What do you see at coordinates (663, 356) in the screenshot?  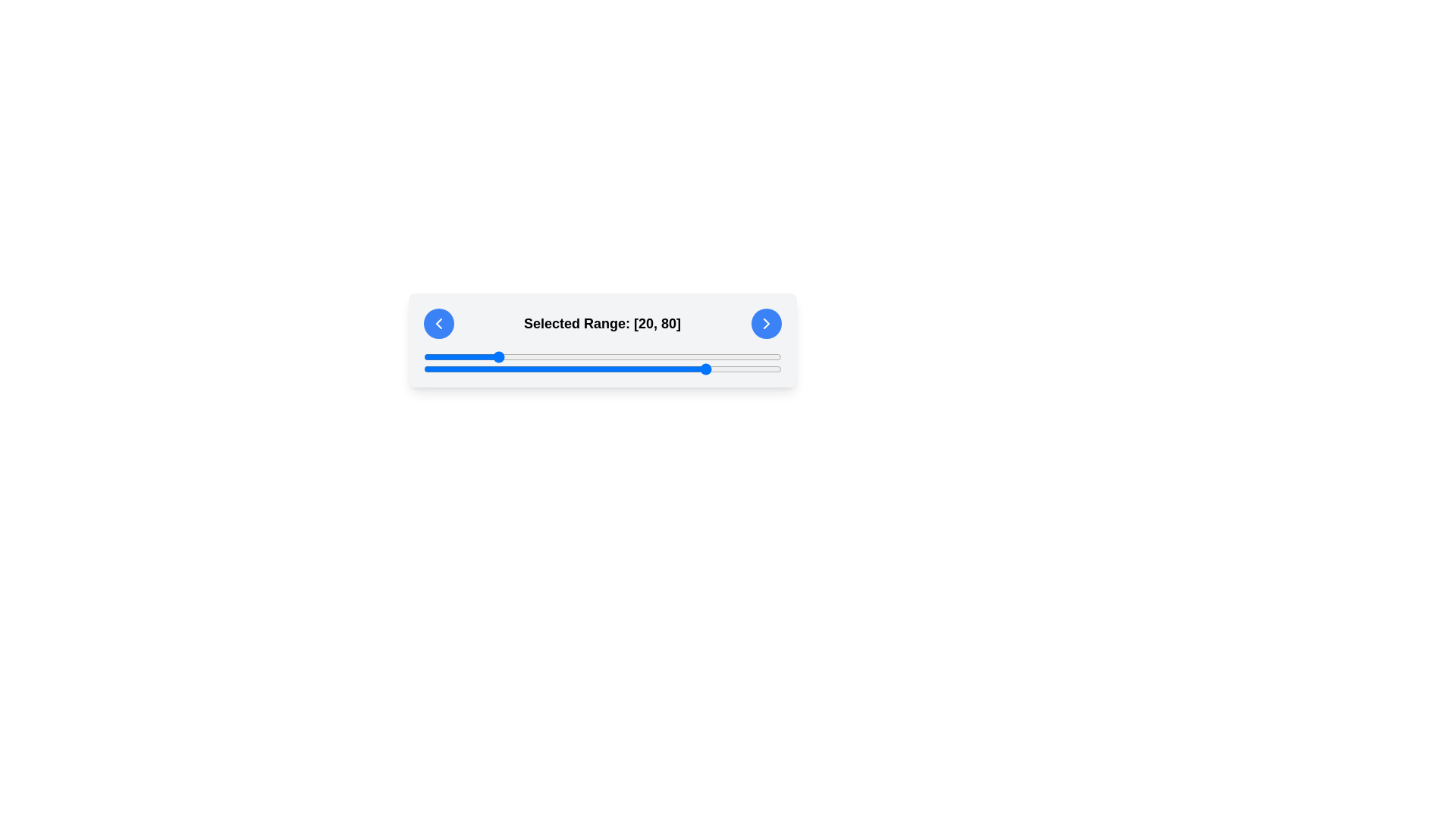 I see `slider value` at bounding box center [663, 356].